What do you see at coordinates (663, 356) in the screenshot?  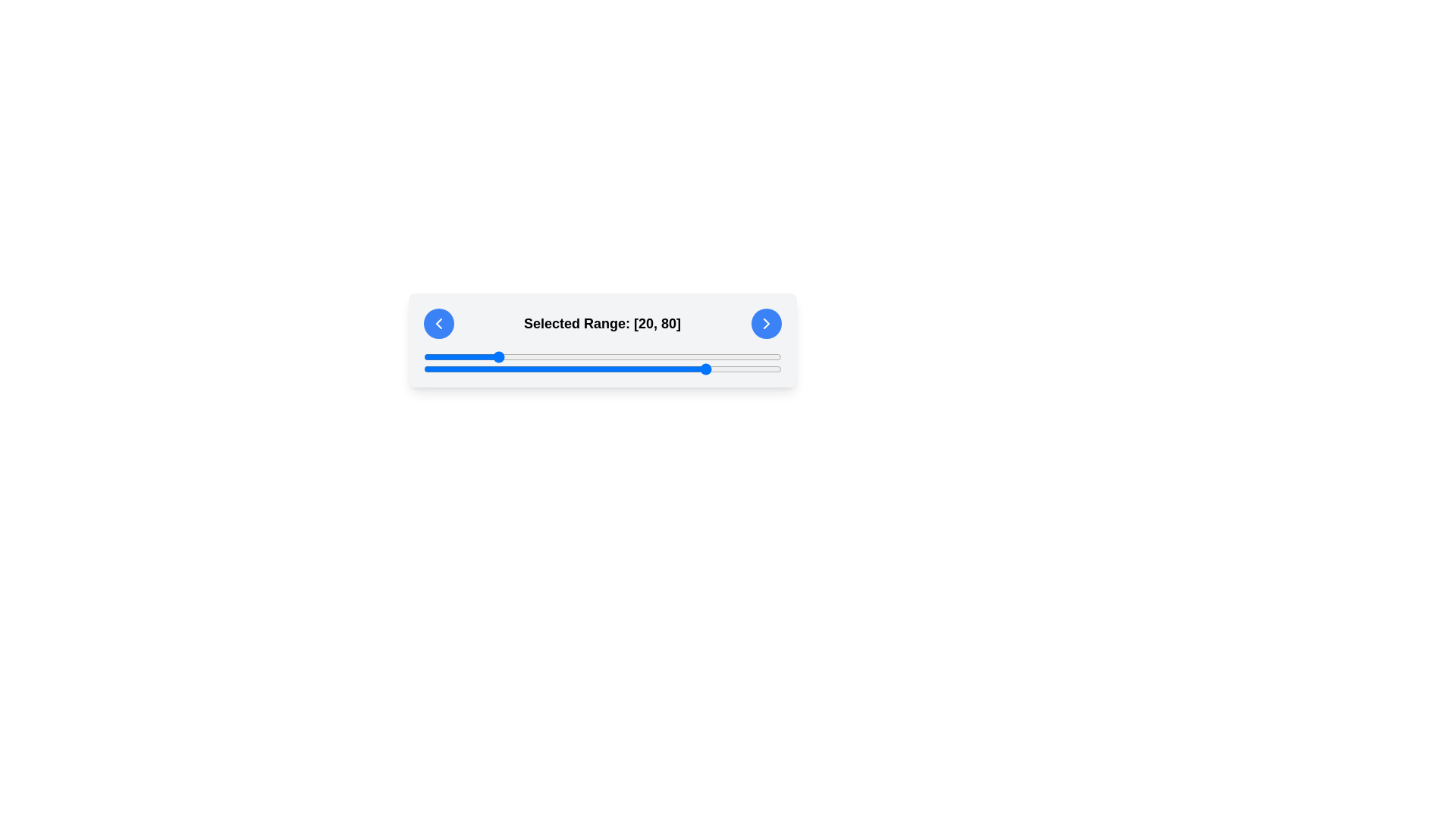 I see `slider value` at bounding box center [663, 356].